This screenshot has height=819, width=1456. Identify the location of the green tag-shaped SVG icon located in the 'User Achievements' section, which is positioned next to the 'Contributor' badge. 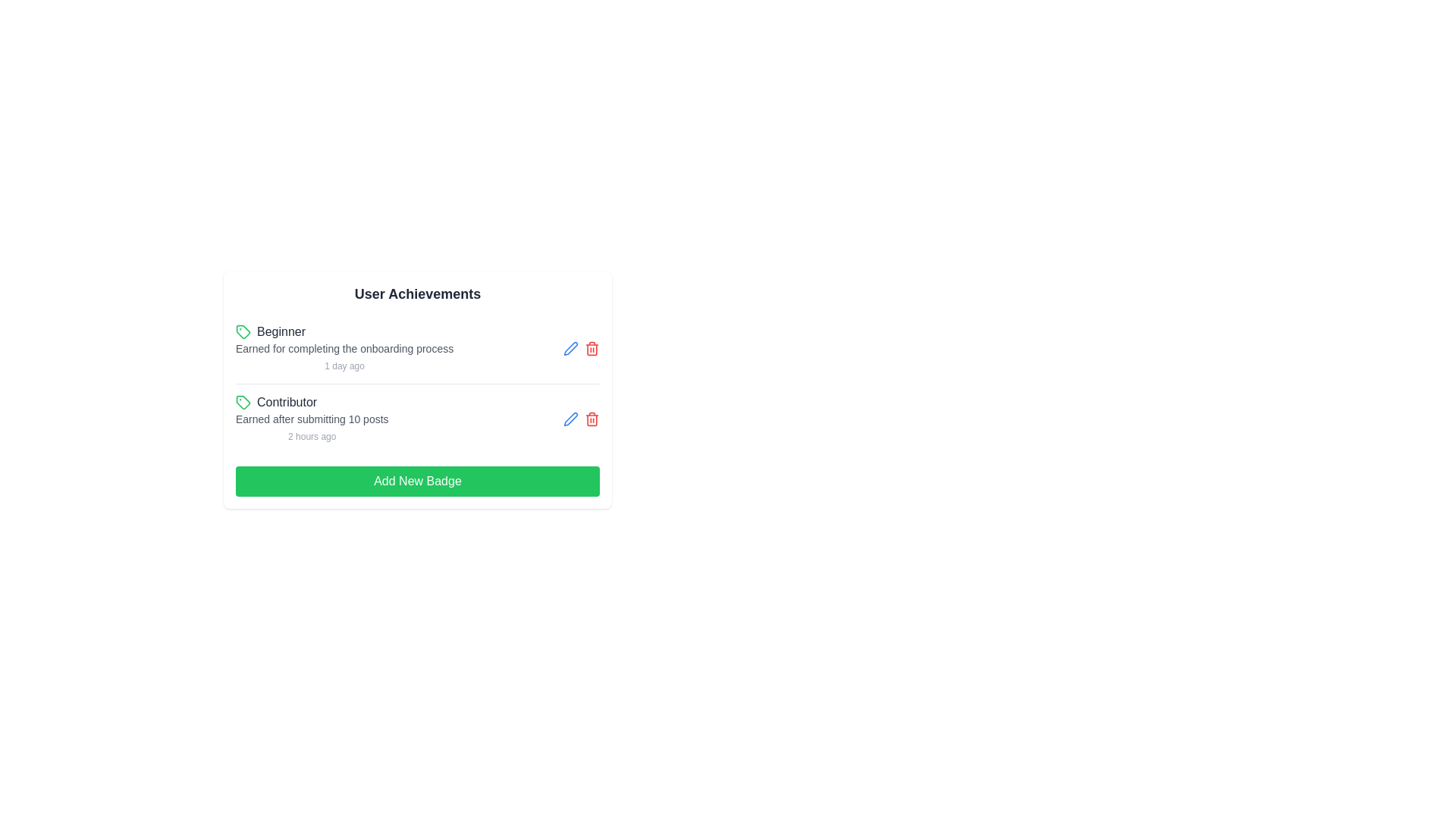
(243, 331).